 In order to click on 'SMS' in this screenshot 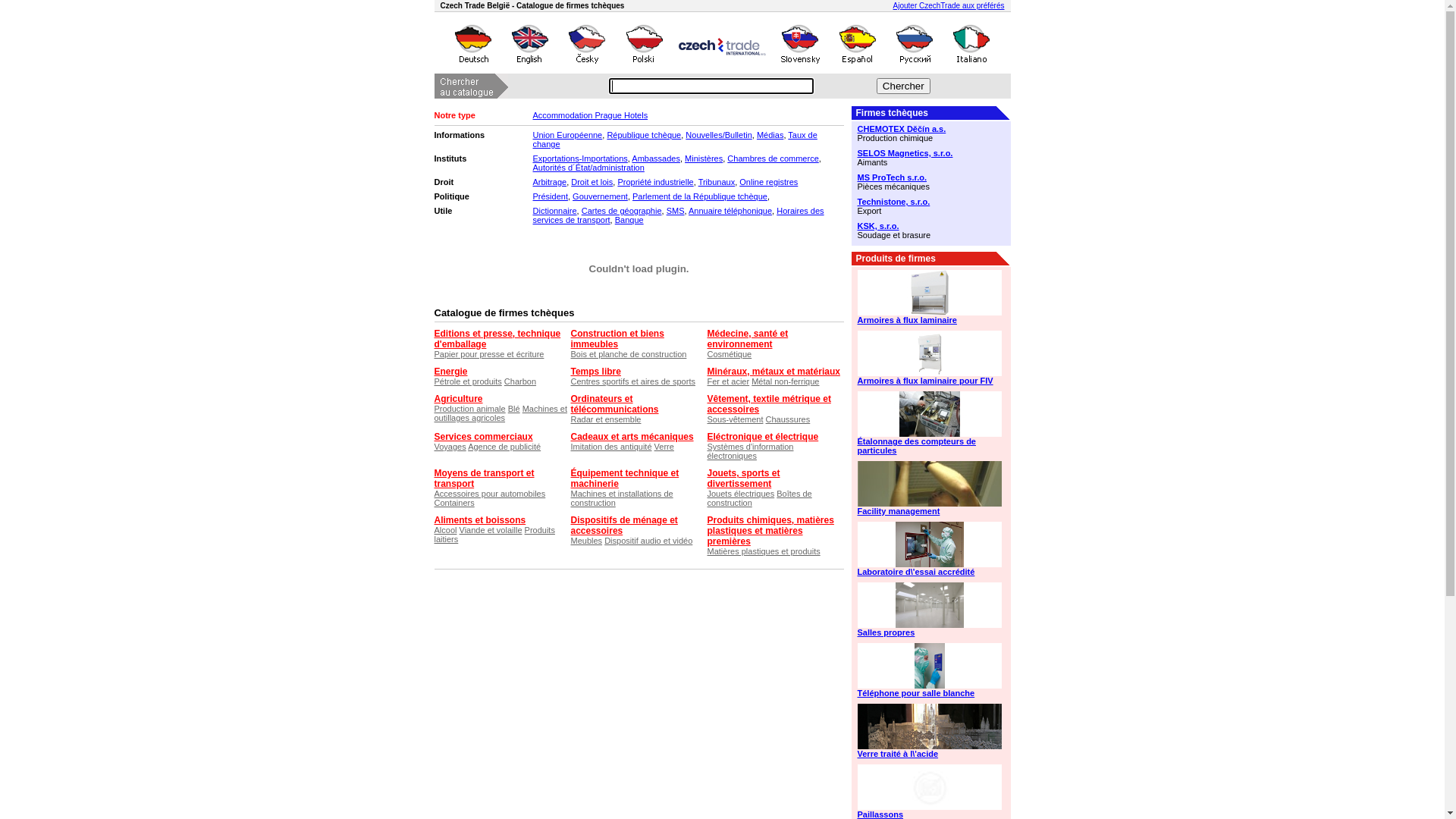, I will do `click(666, 210)`.